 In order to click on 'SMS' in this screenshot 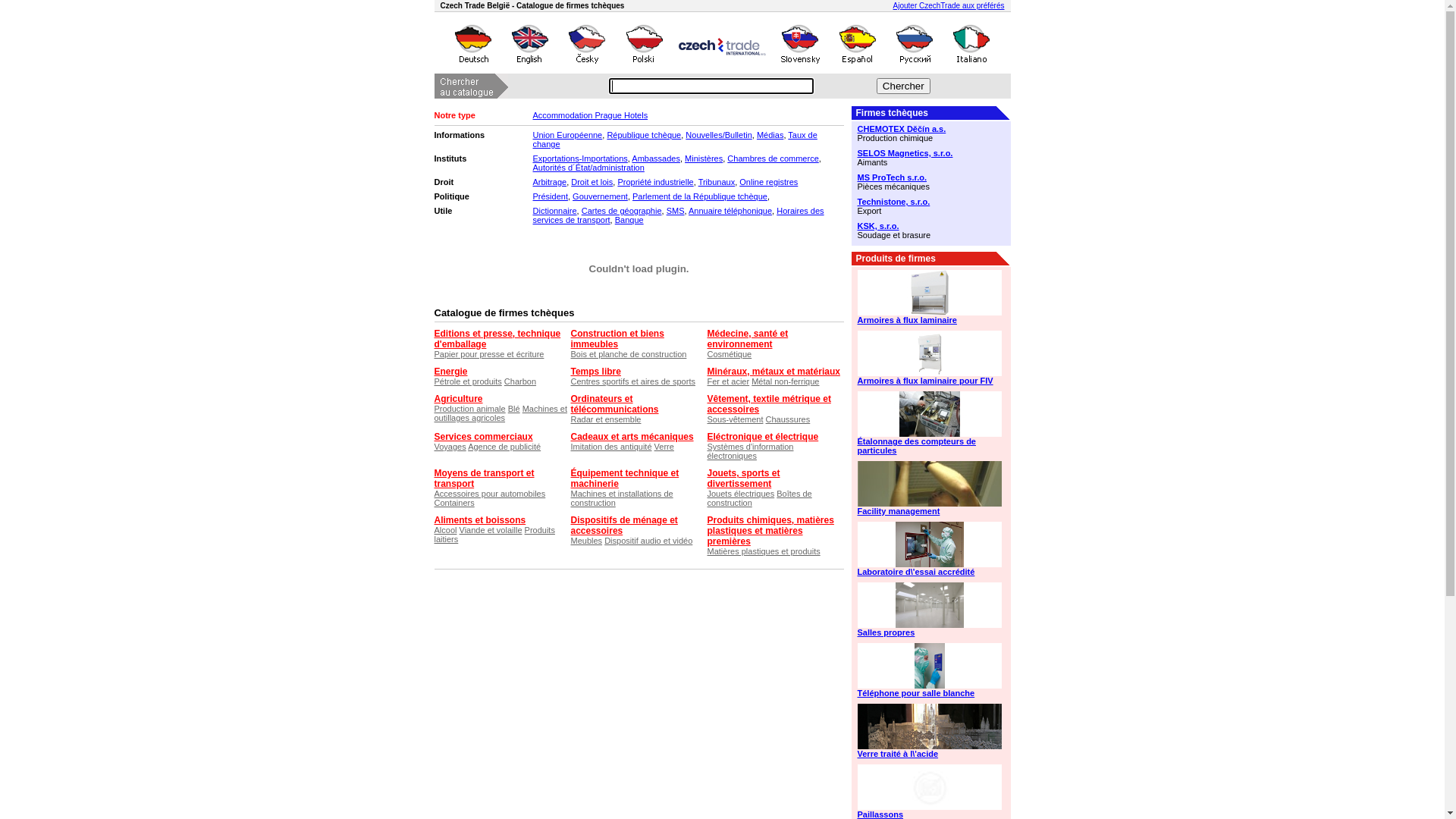, I will do `click(666, 210)`.